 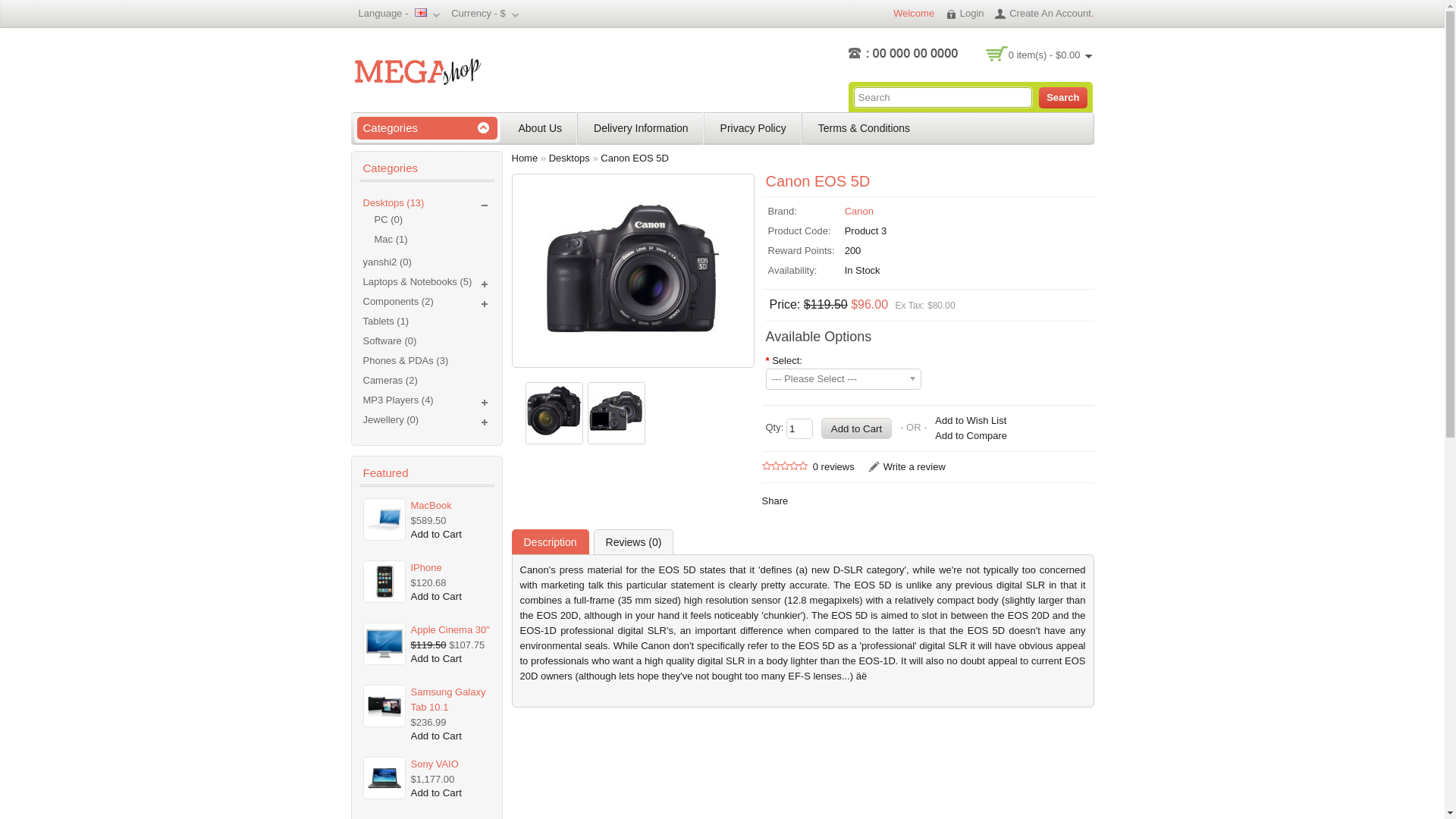 What do you see at coordinates (397, 399) in the screenshot?
I see `'MP3 Players (4)'` at bounding box center [397, 399].